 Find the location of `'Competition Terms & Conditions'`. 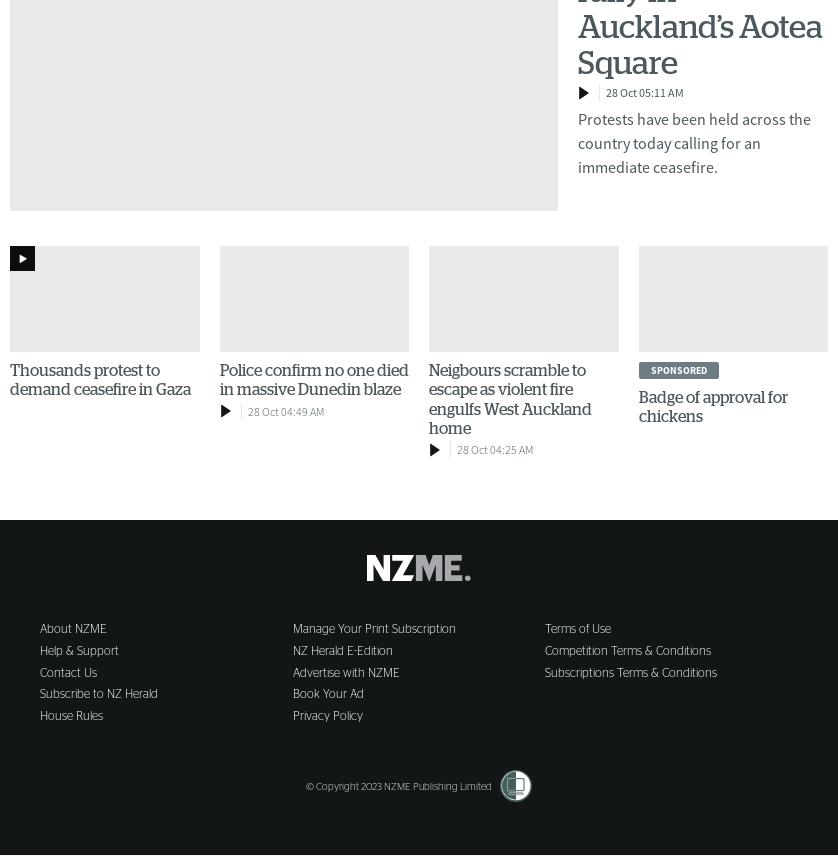

'Competition Terms & Conditions' is located at coordinates (627, 649).